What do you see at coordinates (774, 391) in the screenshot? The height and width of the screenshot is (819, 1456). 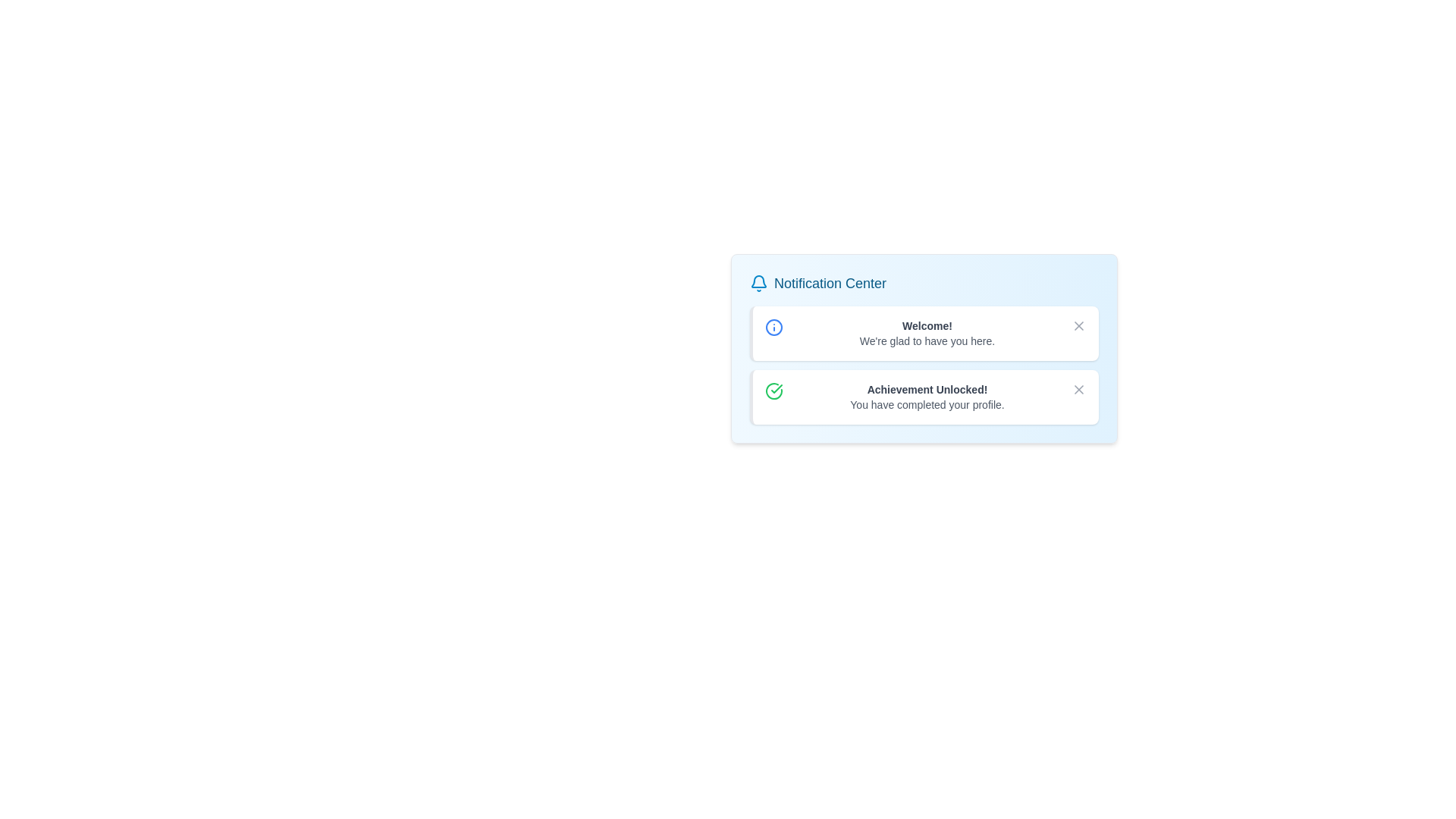 I see `the achievement icon located on the left side of the notification labeled 'Achievement Unlocked! You have completed your profile.'` at bounding box center [774, 391].